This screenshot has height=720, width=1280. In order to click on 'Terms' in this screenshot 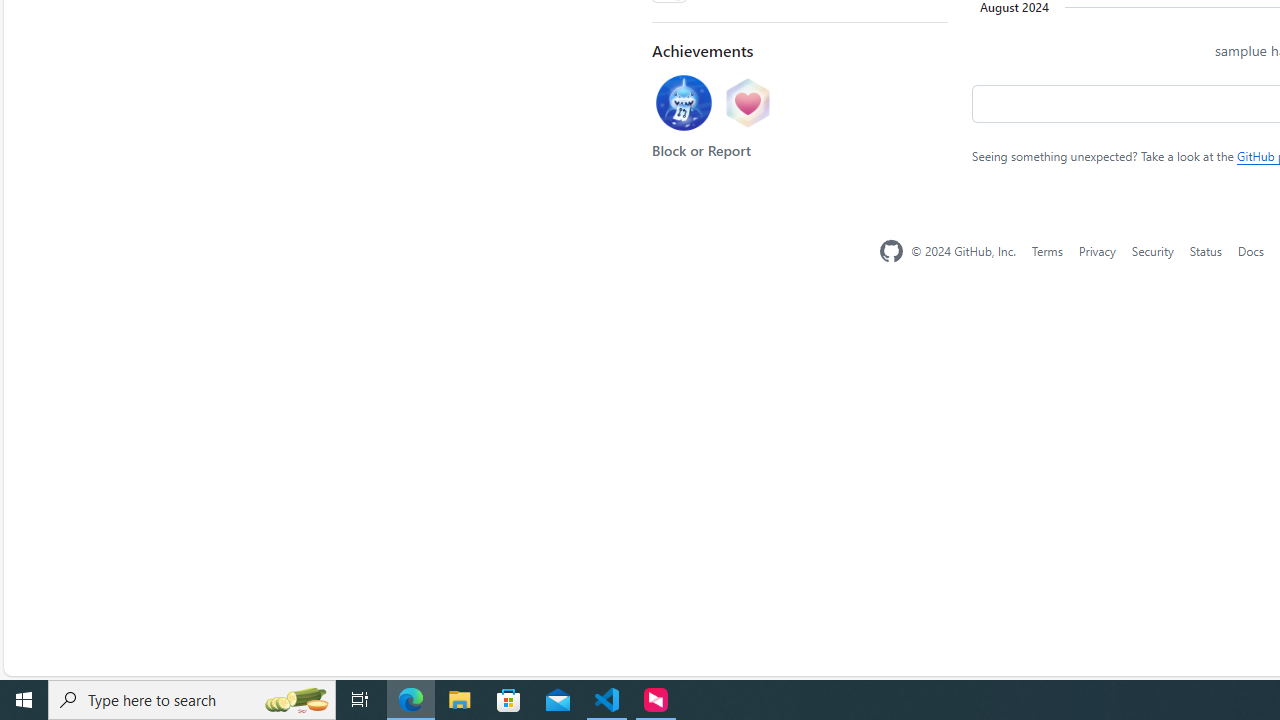, I will do `click(1045, 249)`.